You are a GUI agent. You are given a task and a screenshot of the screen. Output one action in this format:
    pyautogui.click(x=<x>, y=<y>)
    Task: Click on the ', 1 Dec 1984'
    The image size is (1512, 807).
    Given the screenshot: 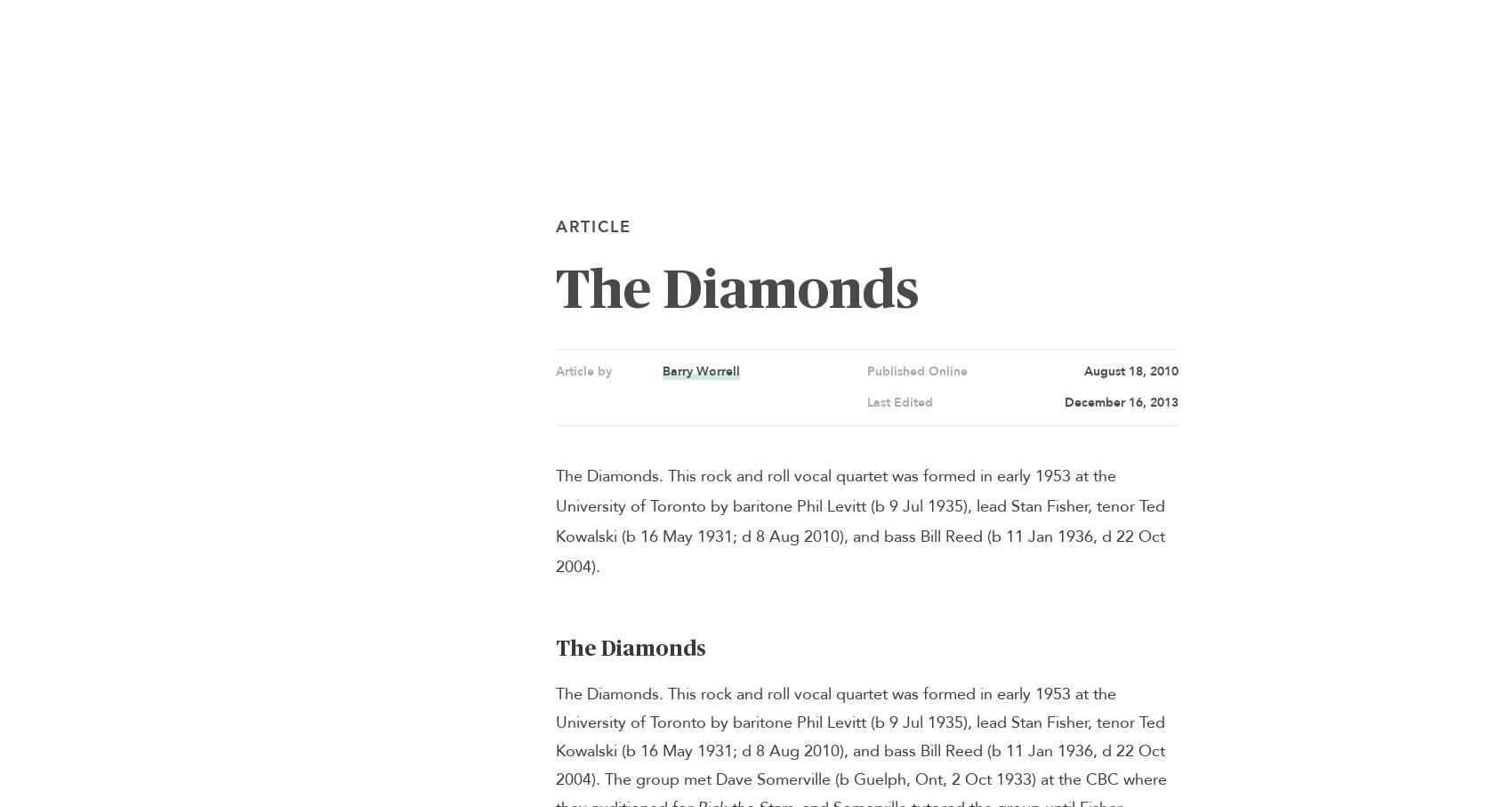 What is the action you would take?
    pyautogui.click(x=495, y=681)
    